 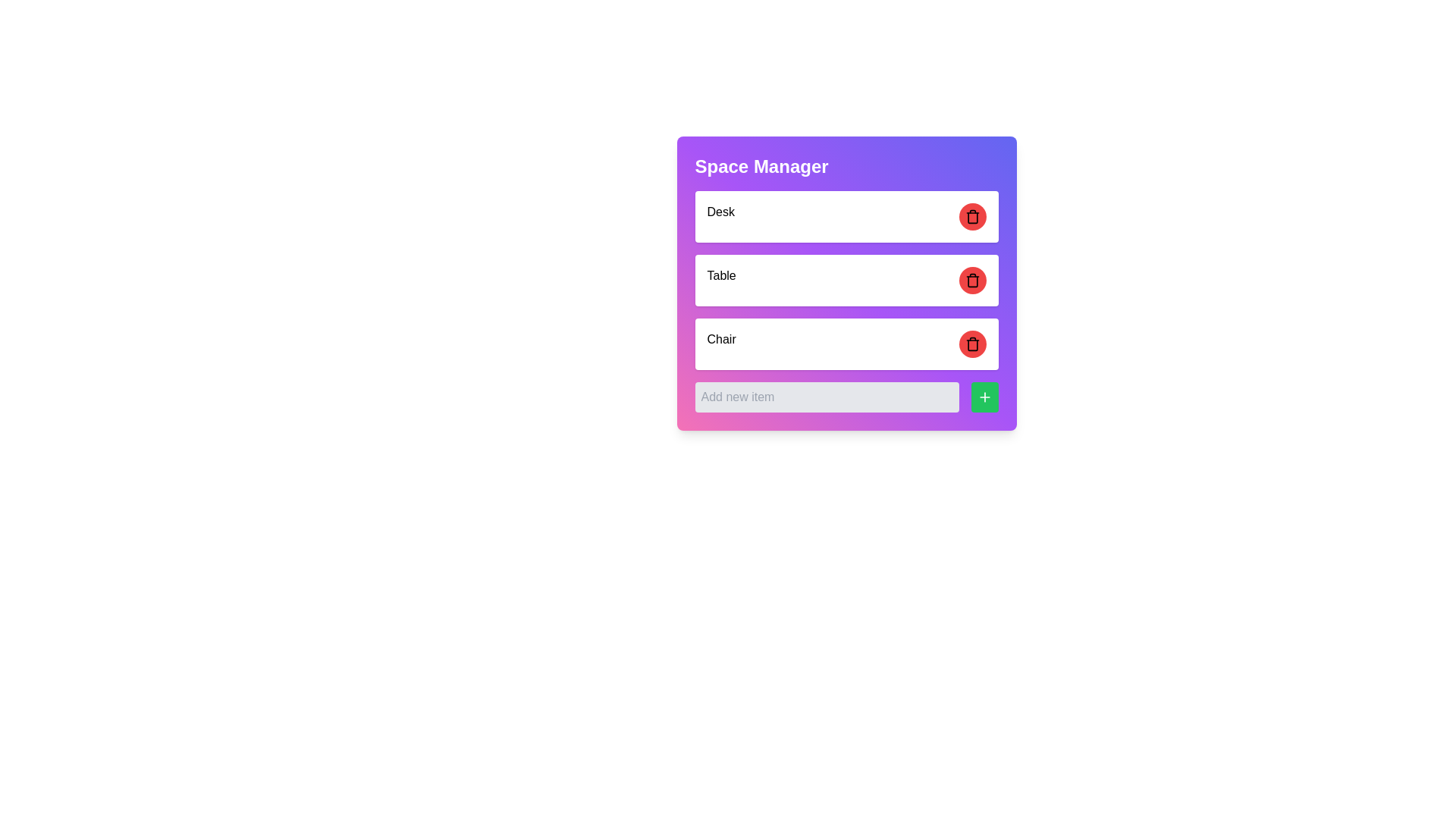 I want to click on the text label displaying 'Desk', so click(x=720, y=216).